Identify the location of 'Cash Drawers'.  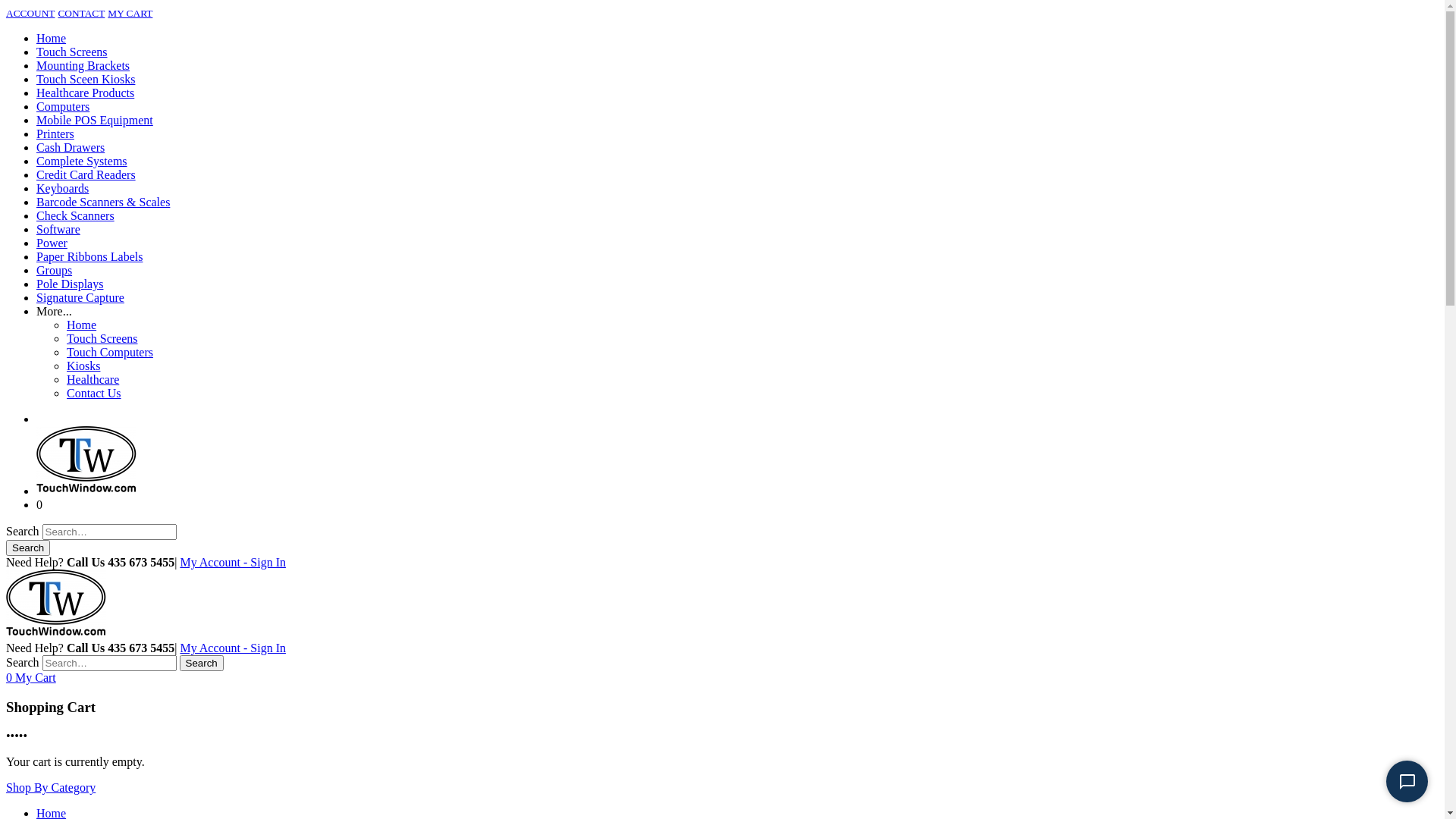
(69, 147).